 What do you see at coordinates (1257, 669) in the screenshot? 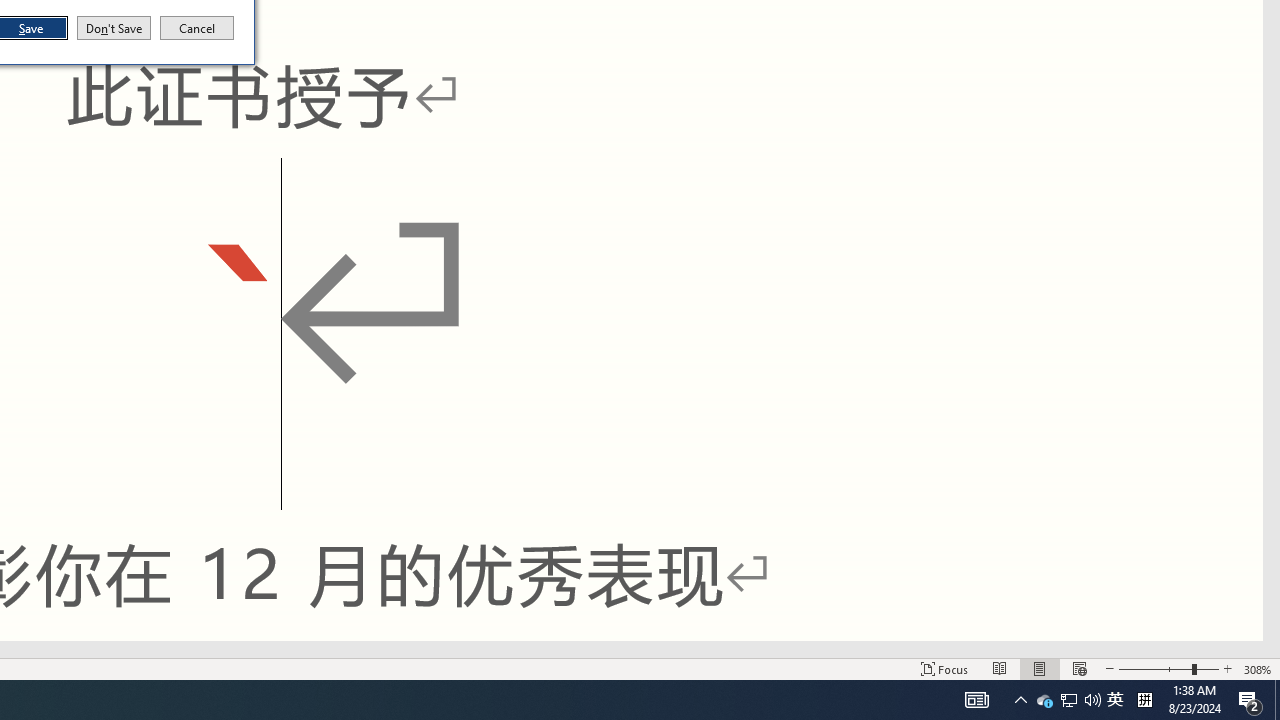
I see `'Zoom 308%'` at bounding box center [1257, 669].